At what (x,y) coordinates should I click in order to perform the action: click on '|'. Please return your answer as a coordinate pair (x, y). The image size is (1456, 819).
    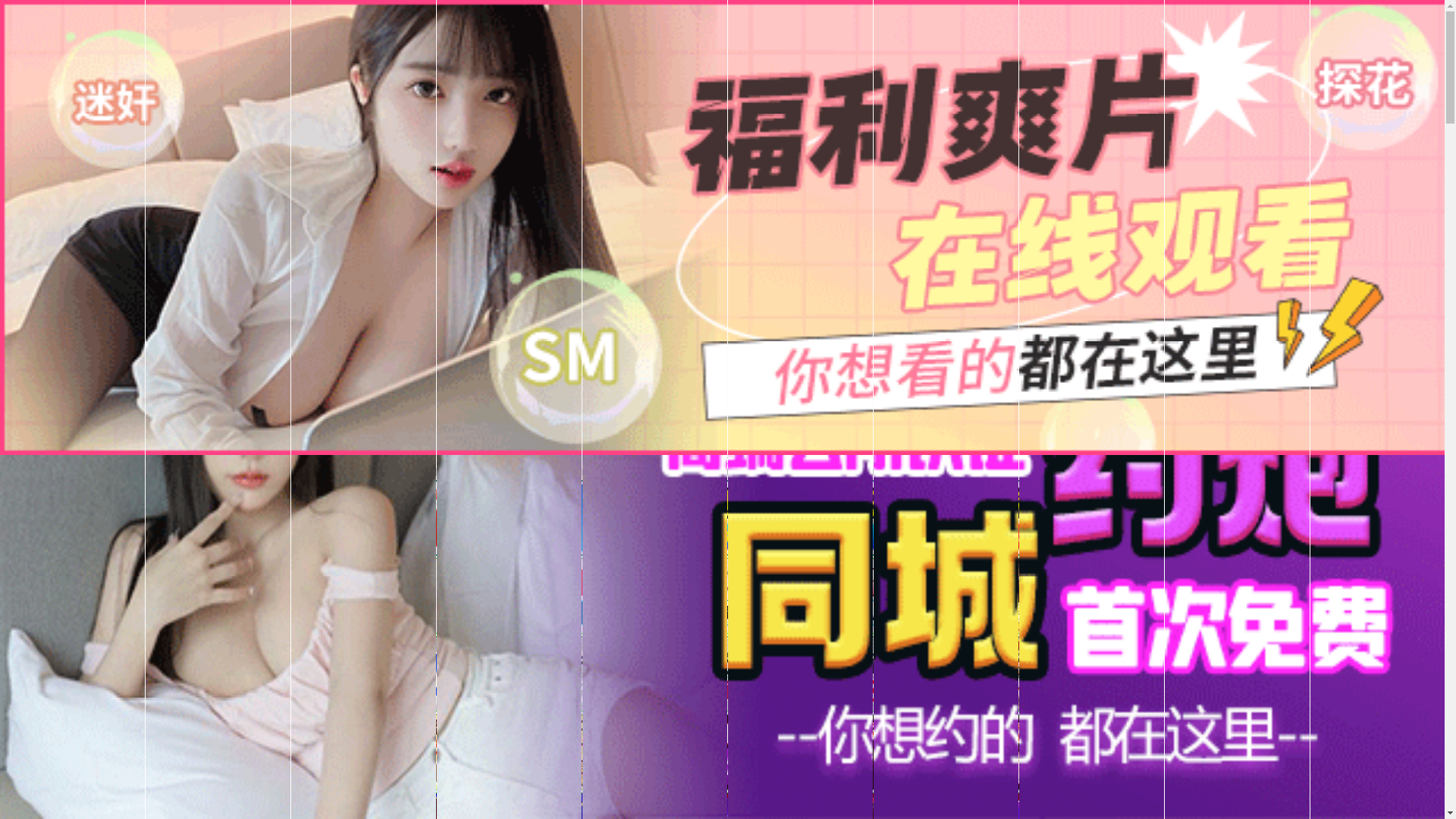
    Looking at the image, I should click on (1110, 471).